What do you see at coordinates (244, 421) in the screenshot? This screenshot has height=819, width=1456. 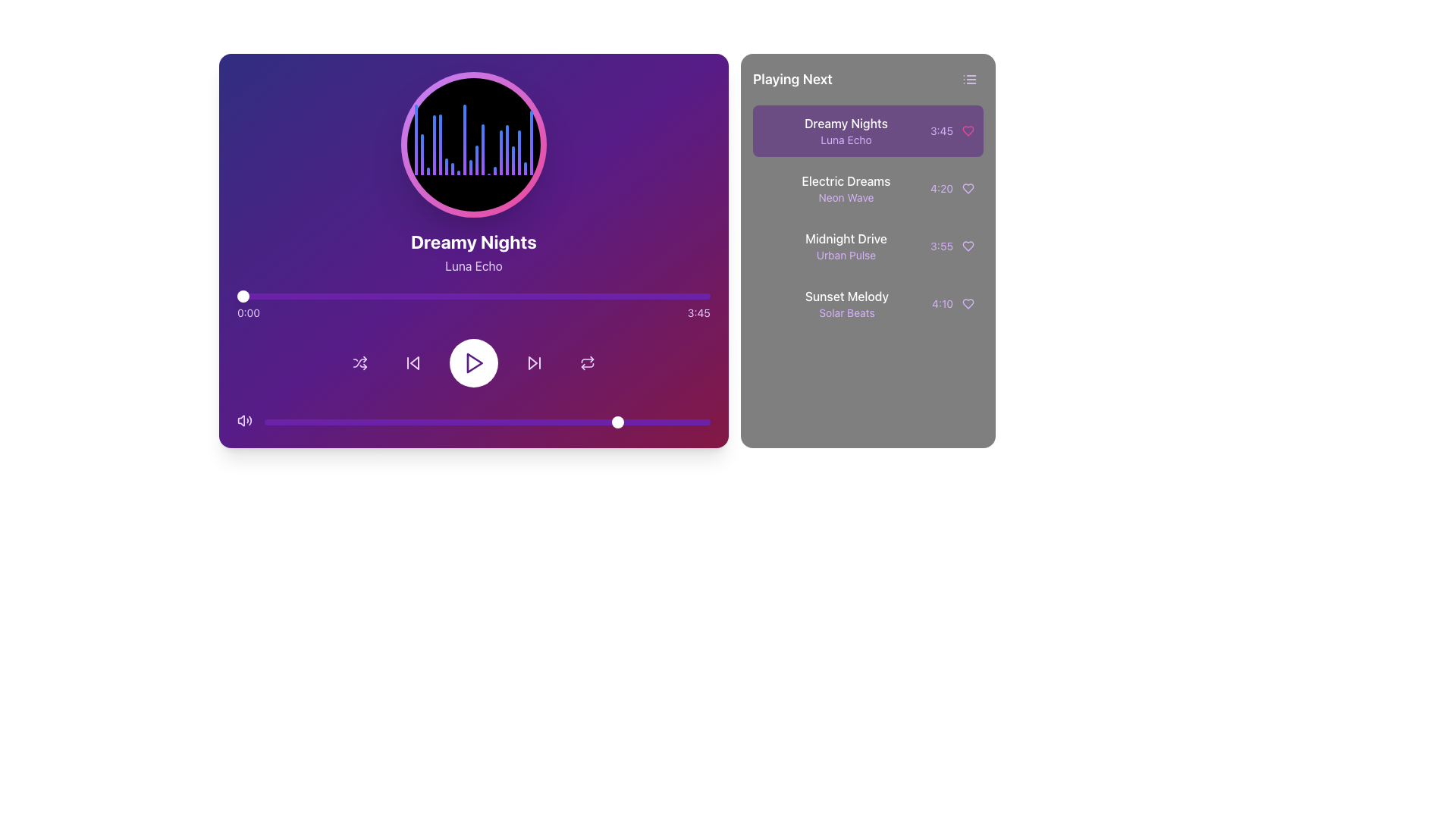 I see `the sound toggle button, which is a purple icon resembling a speaker with sound waves located in the bottom-left corner of the main card component` at bounding box center [244, 421].